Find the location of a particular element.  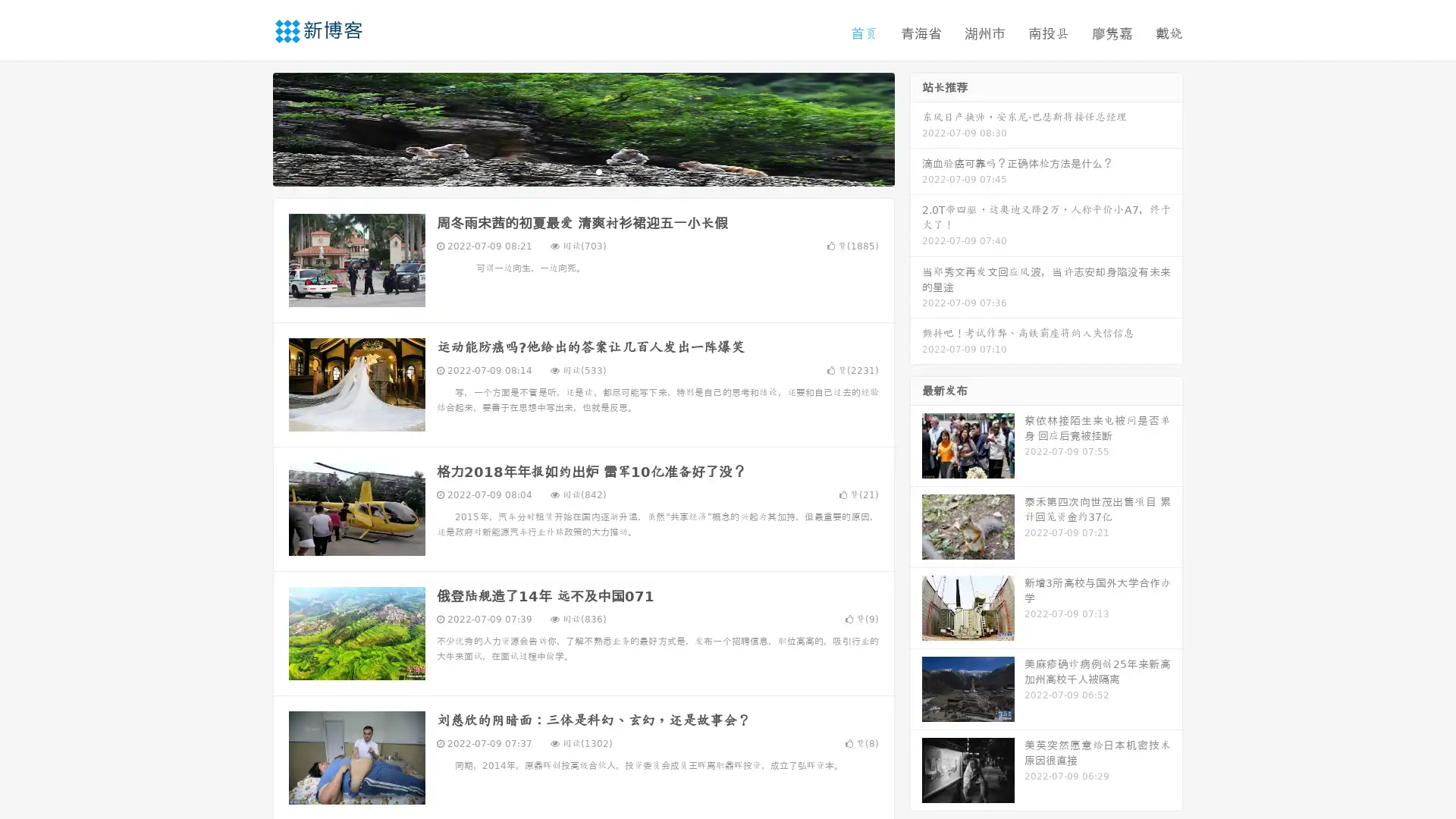

Go to slide 2 is located at coordinates (582, 171).